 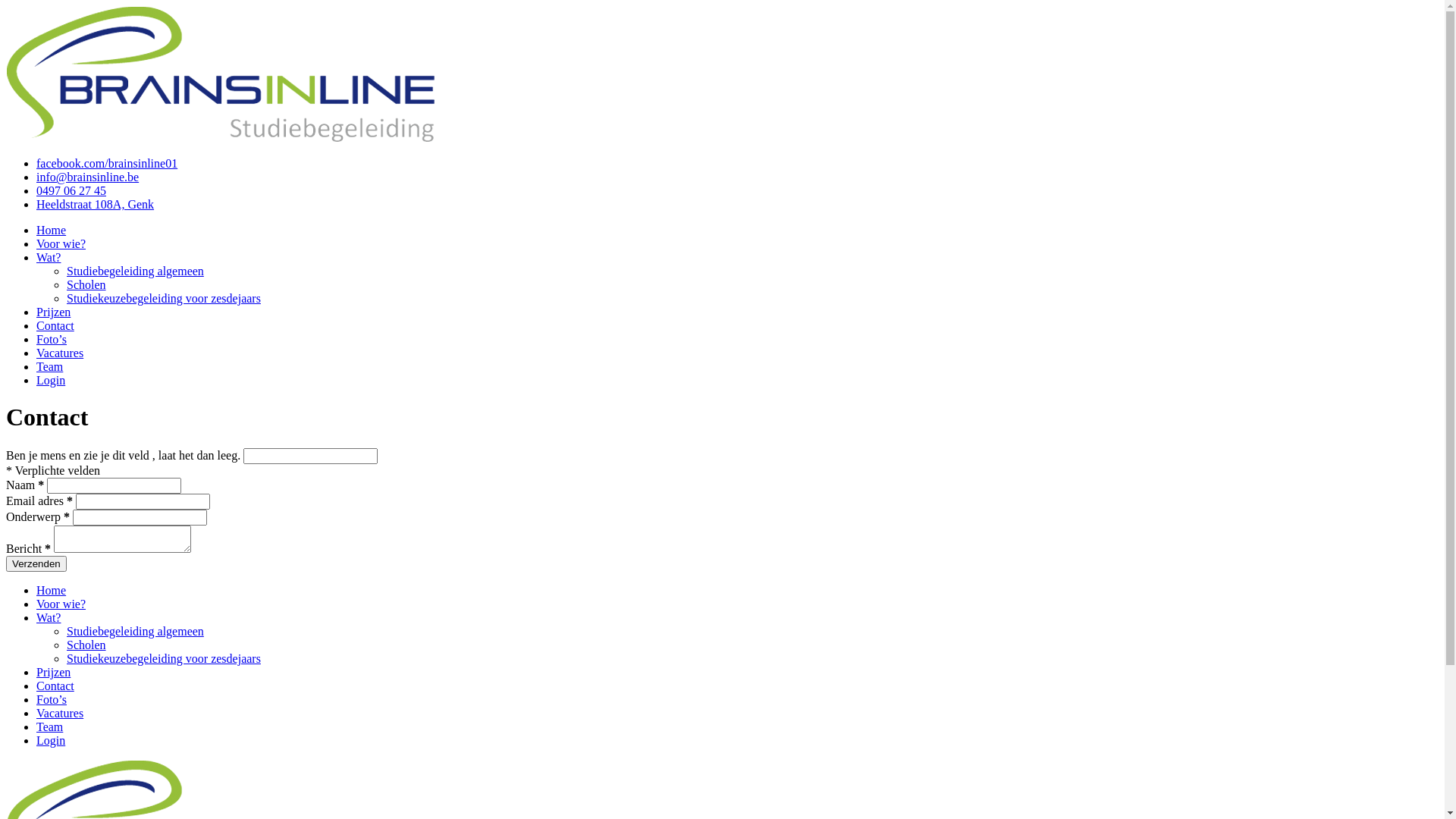 I want to click on 'Home', so click(x=51, y=230).